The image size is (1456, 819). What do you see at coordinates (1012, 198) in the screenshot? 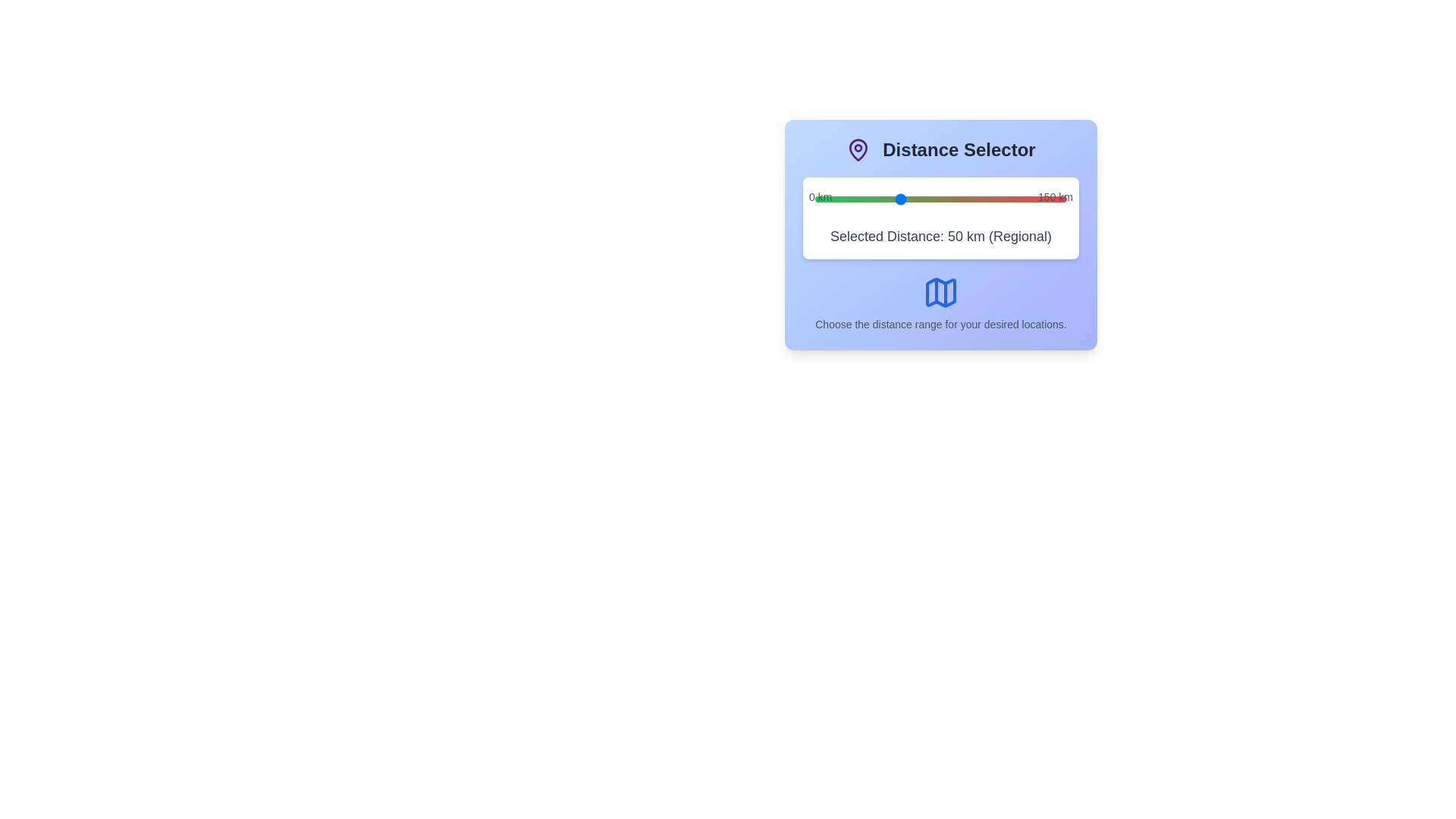
I see `the slider to set the distance to 117 km` at bounding box center [1012, 198].